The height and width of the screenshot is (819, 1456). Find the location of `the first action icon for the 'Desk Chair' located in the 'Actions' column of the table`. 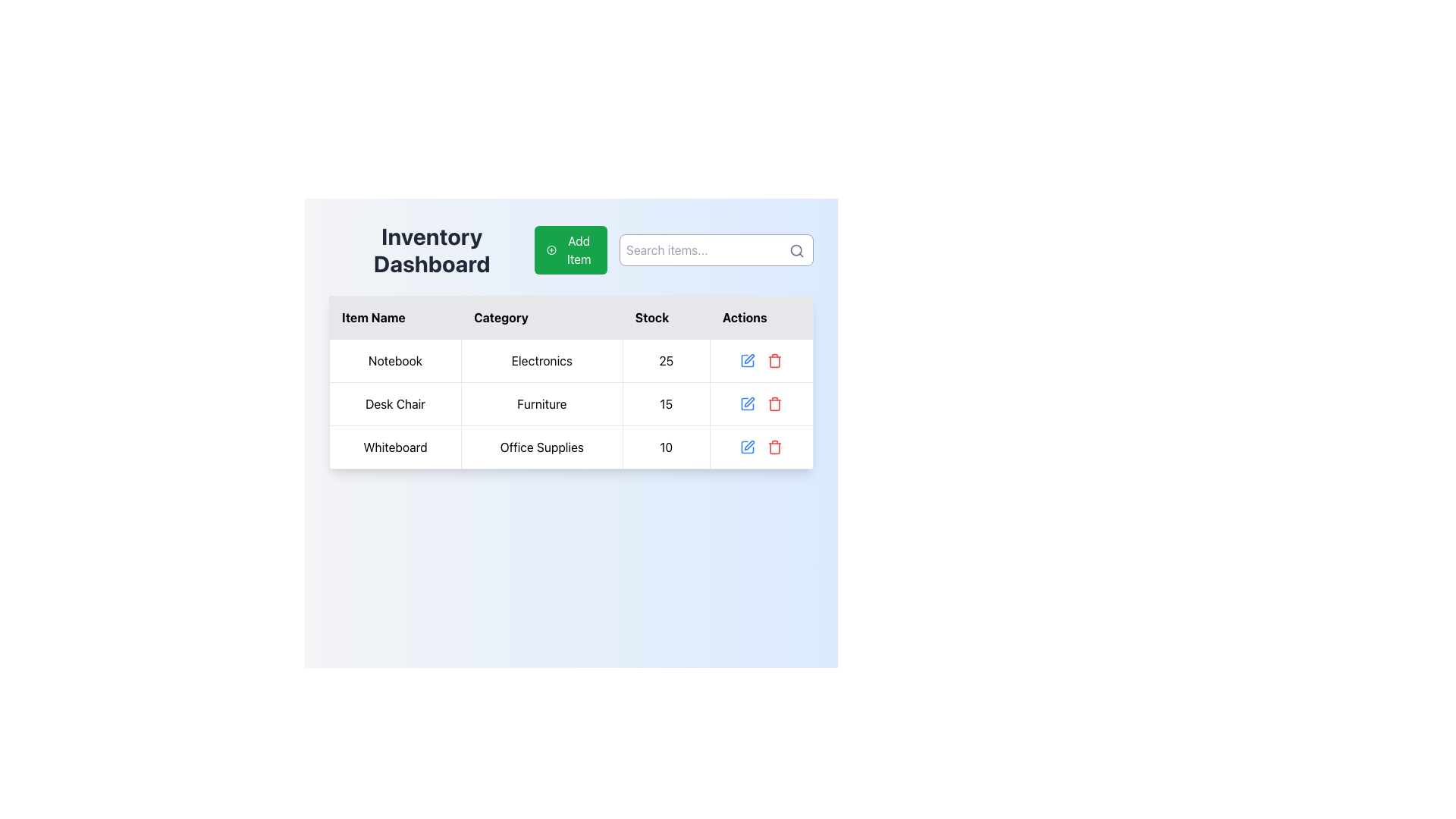

the first action icon for the 'Desk Chair' located in the 'Actions' column of the table is located at coordinates (748, 403).